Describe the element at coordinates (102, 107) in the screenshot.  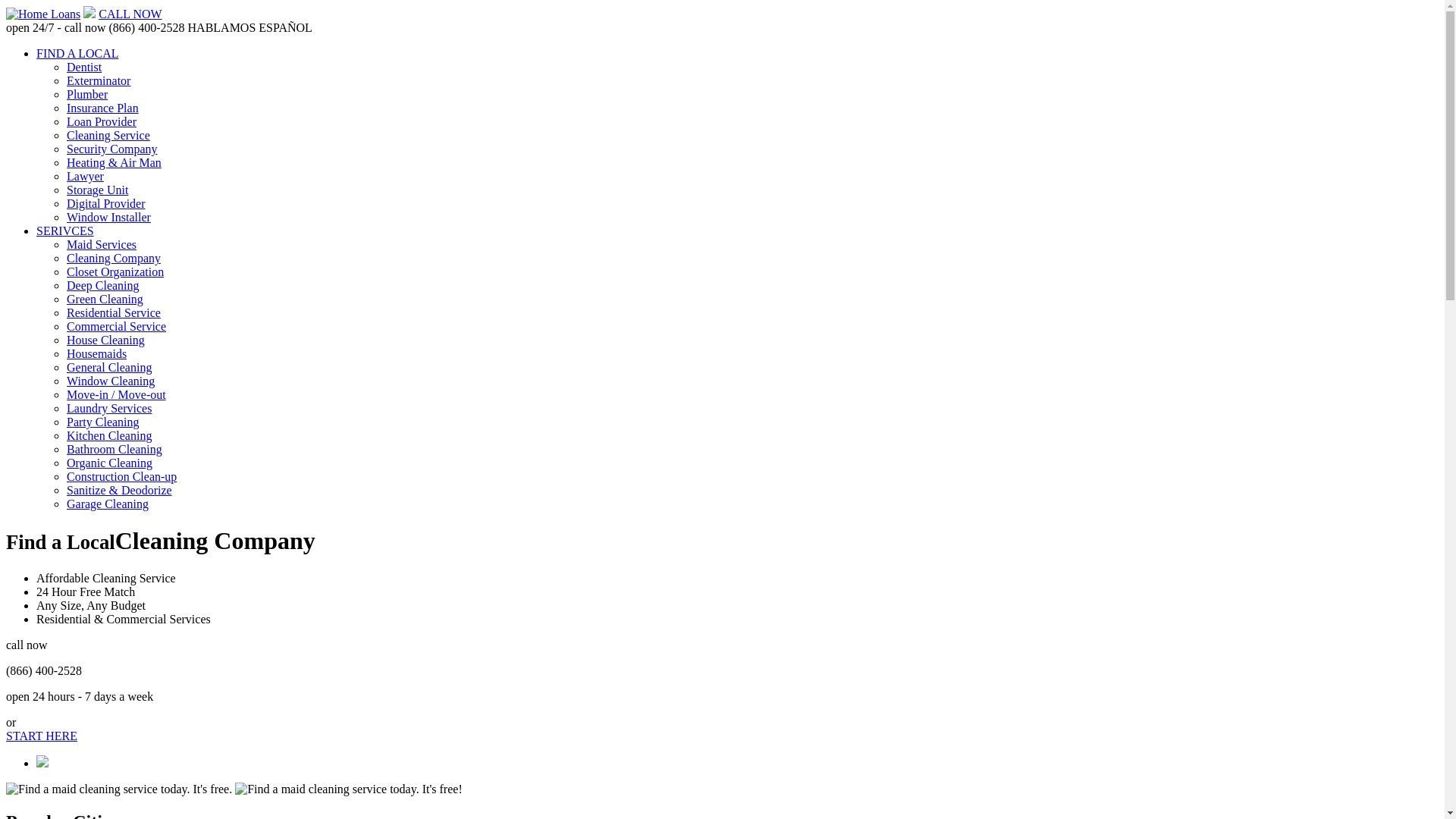
I see `'Insurance Plan'` at that location.